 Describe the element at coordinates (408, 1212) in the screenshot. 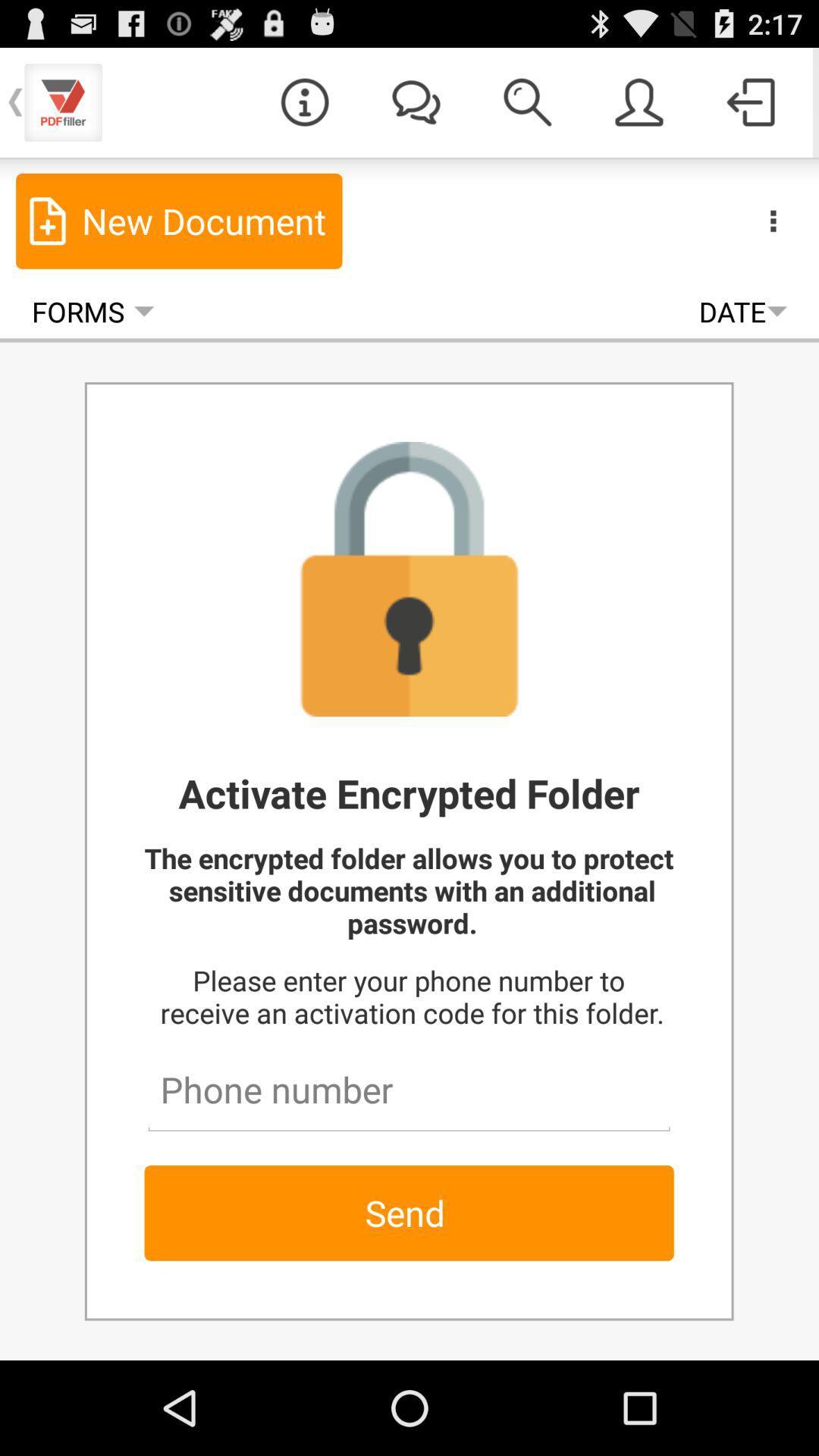

I see `send item` at that location.